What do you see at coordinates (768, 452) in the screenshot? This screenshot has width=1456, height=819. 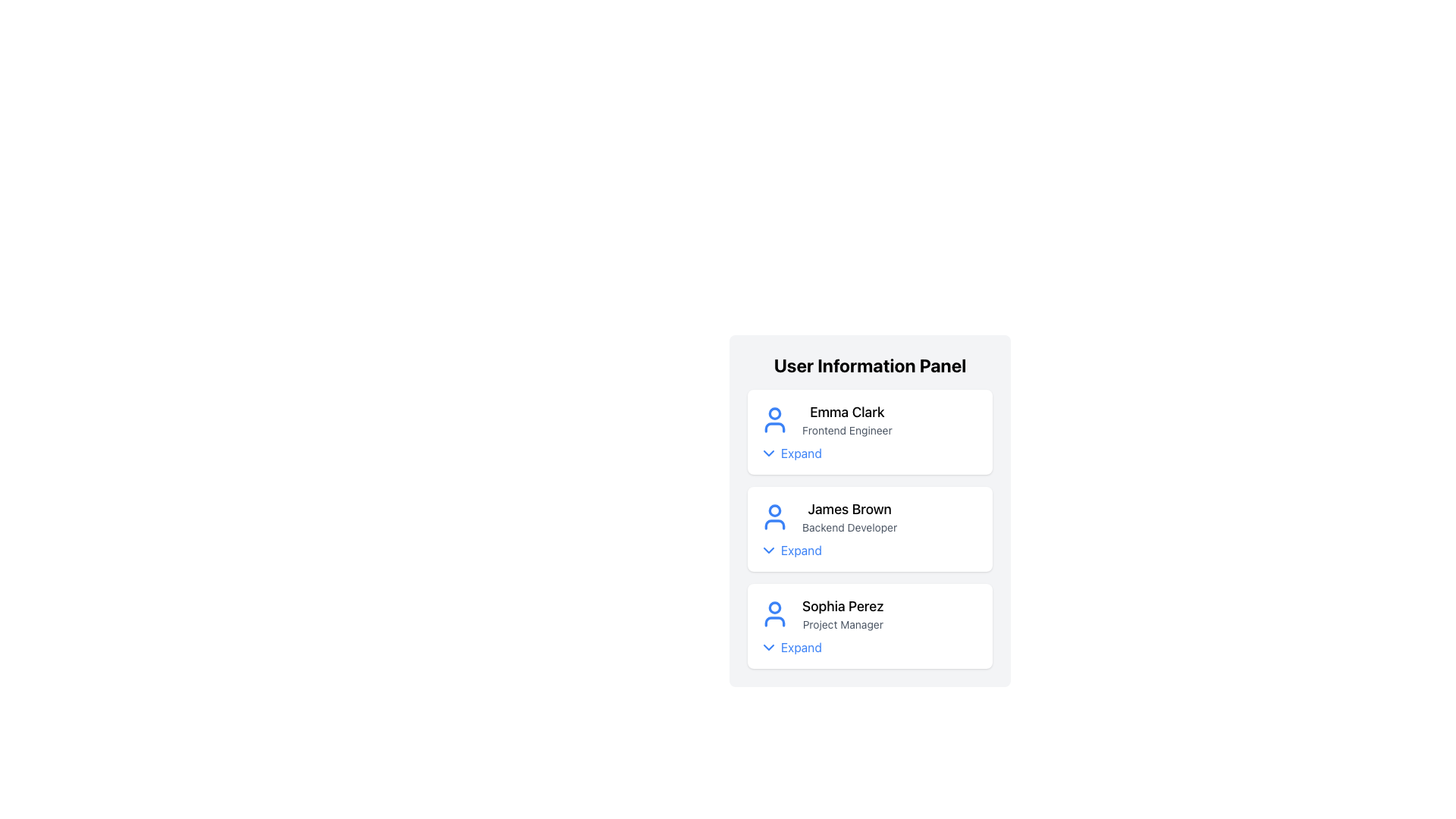 I see `the chevron icon next to the 'Expand' text in the profile block of 'Emma Clark'` at bounding box center [768, 452].